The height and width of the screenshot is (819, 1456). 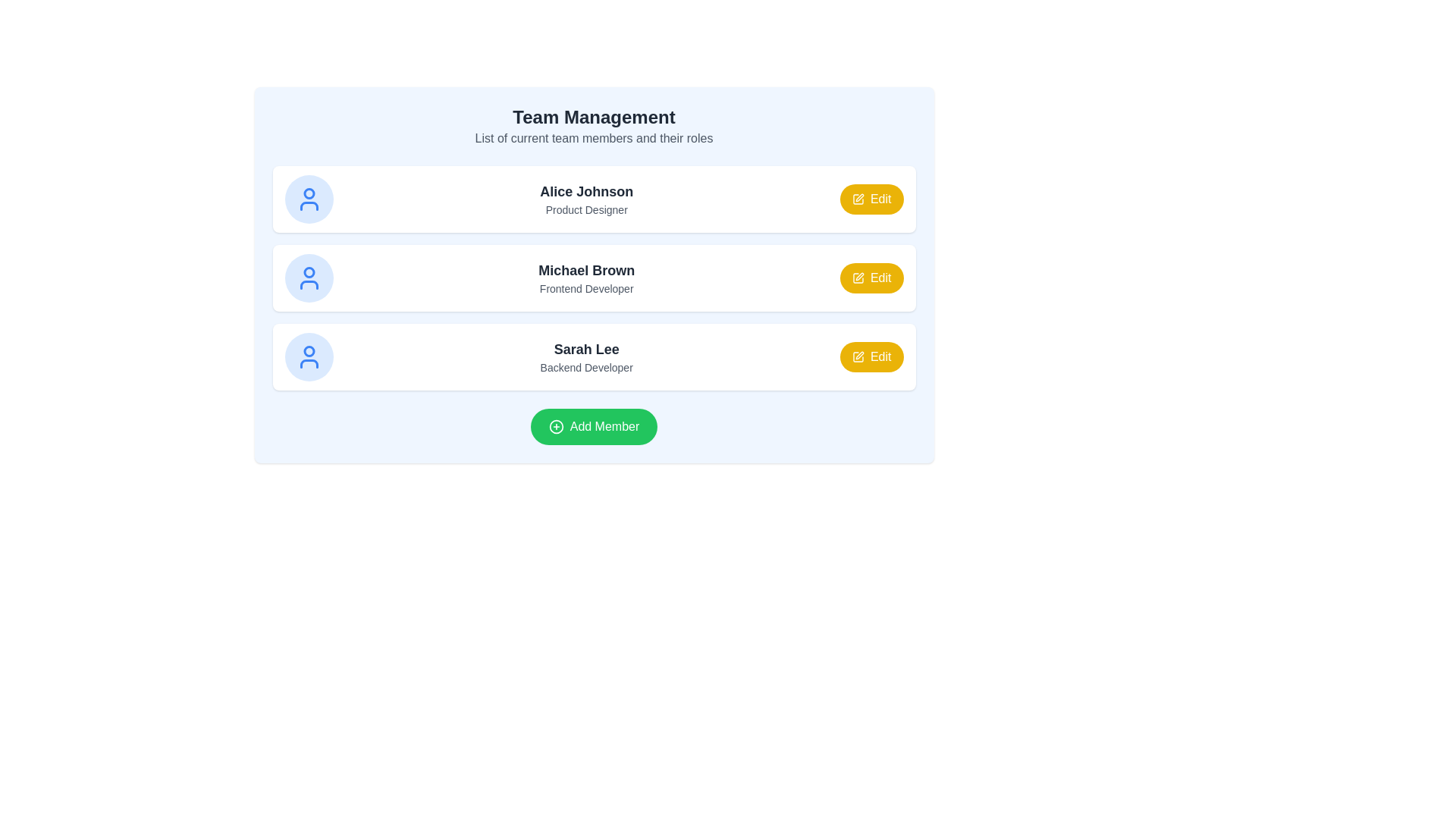 I want to click on the text label displaying 'Michael Brown', which is positioned in the second row of the 'Team Management' list, to the right of a user avatar and left of the 'Edit' button, so click(x=585, y=278).